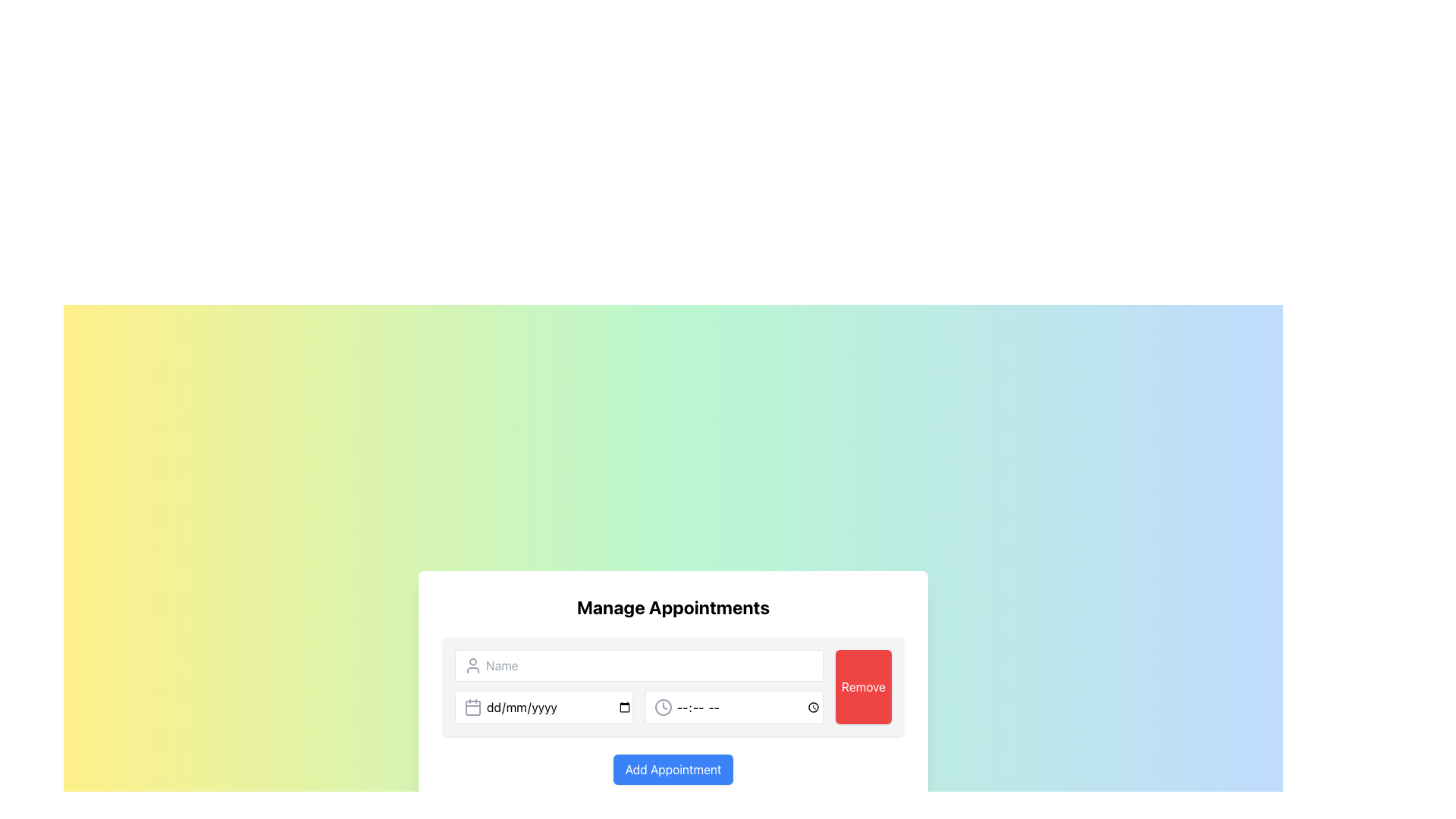  I want to click on the gray calendar icon with outlined lines, so click(472, 708).